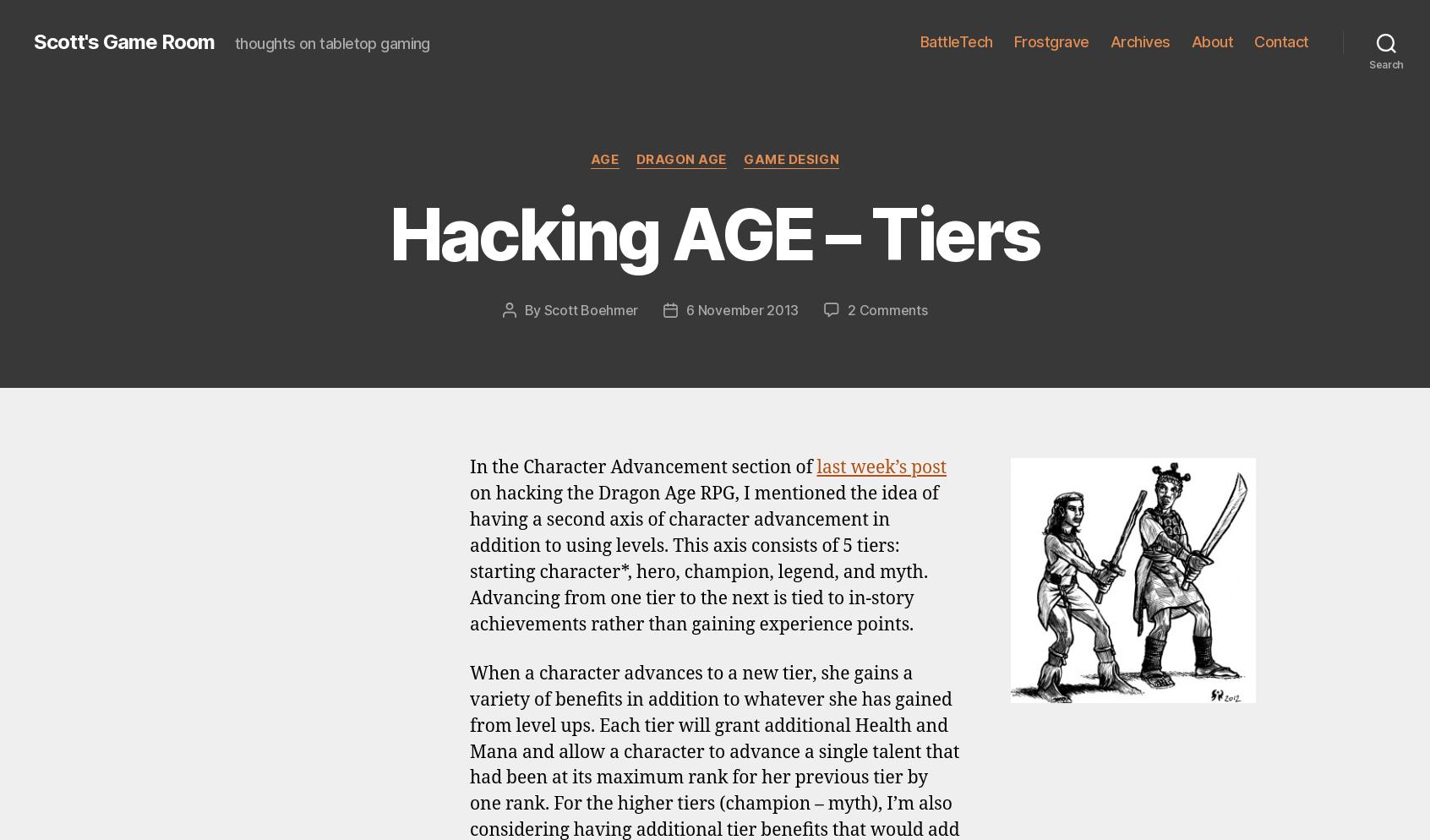 This screenshot has width=1430, height=840. Describe the element at coordinates (608, 403) in the screenshot. I see `'game design'` at that location.